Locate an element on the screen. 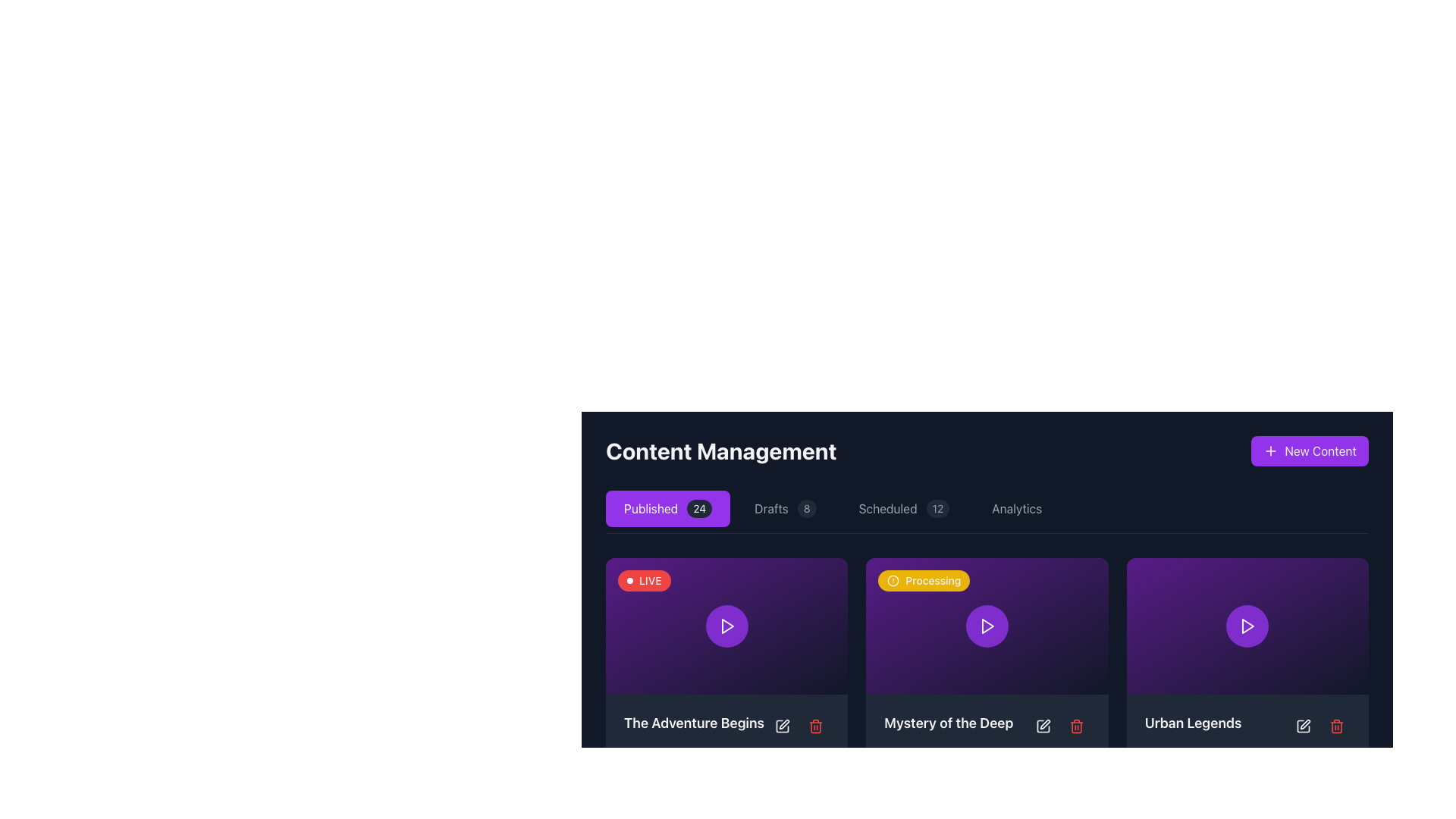  the decorative outline of the square-pen icon to initiate an edit action for the 'Urban Legends' content is located at coordinates (1302, 724).